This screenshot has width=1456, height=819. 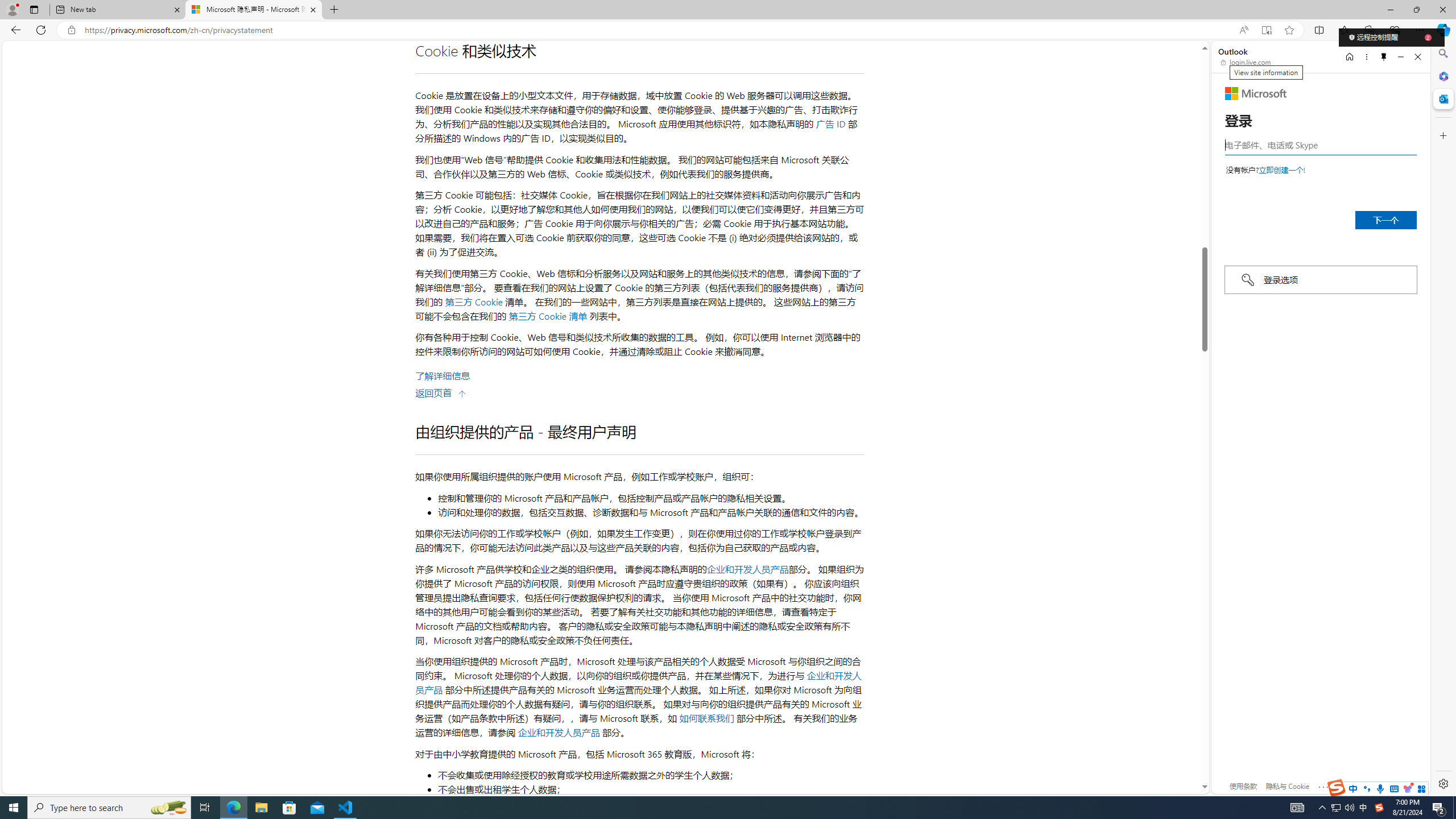 I want to click on 'Enter Immersive Reader (F9)', so click(x=1266, y=30).